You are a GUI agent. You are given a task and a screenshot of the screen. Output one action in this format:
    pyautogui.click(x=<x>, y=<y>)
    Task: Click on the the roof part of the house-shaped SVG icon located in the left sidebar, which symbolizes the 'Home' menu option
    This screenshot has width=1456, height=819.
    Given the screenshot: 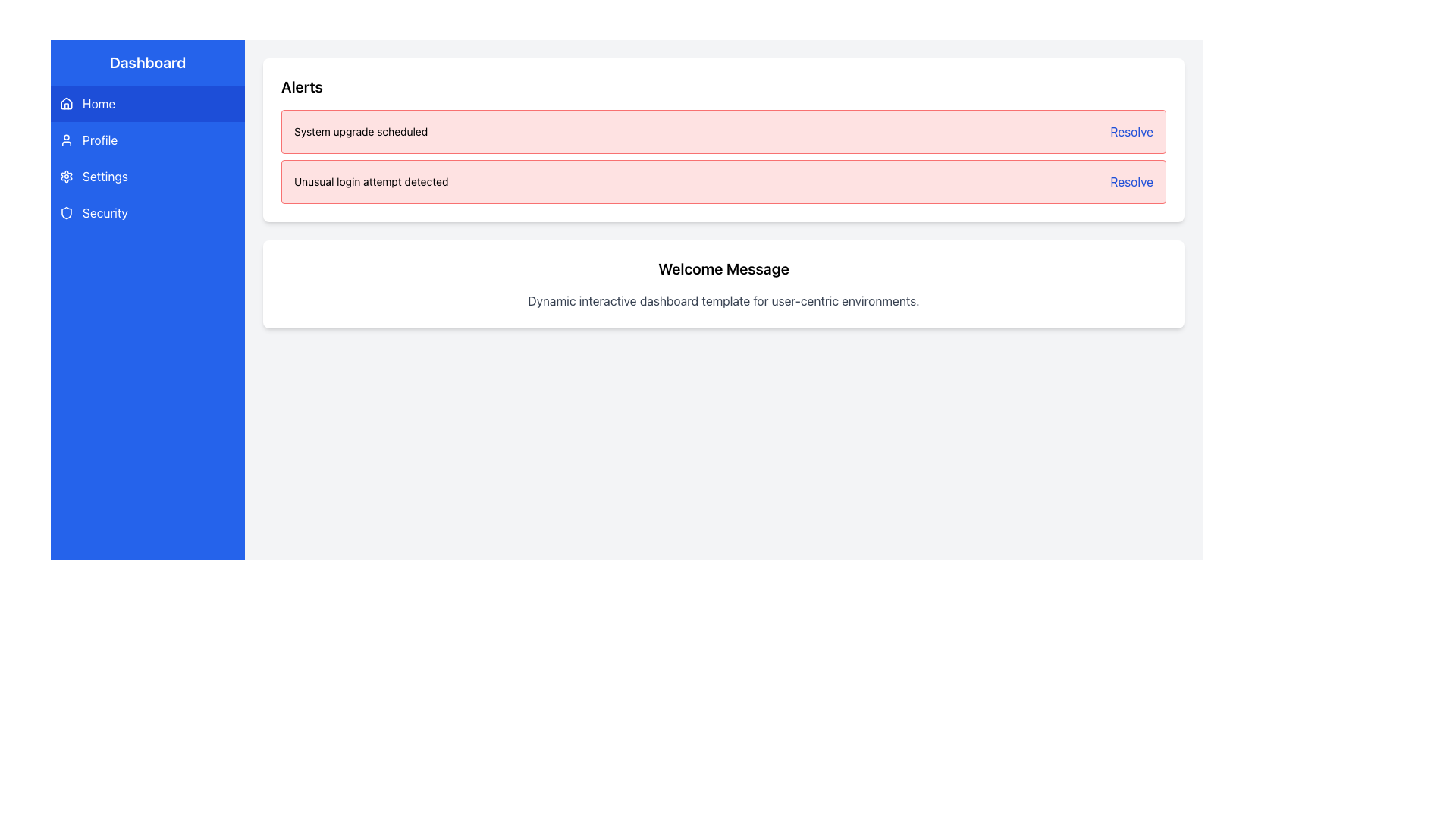 What is the action you would take?
    pyautogui.click(x=65, y=102)
    